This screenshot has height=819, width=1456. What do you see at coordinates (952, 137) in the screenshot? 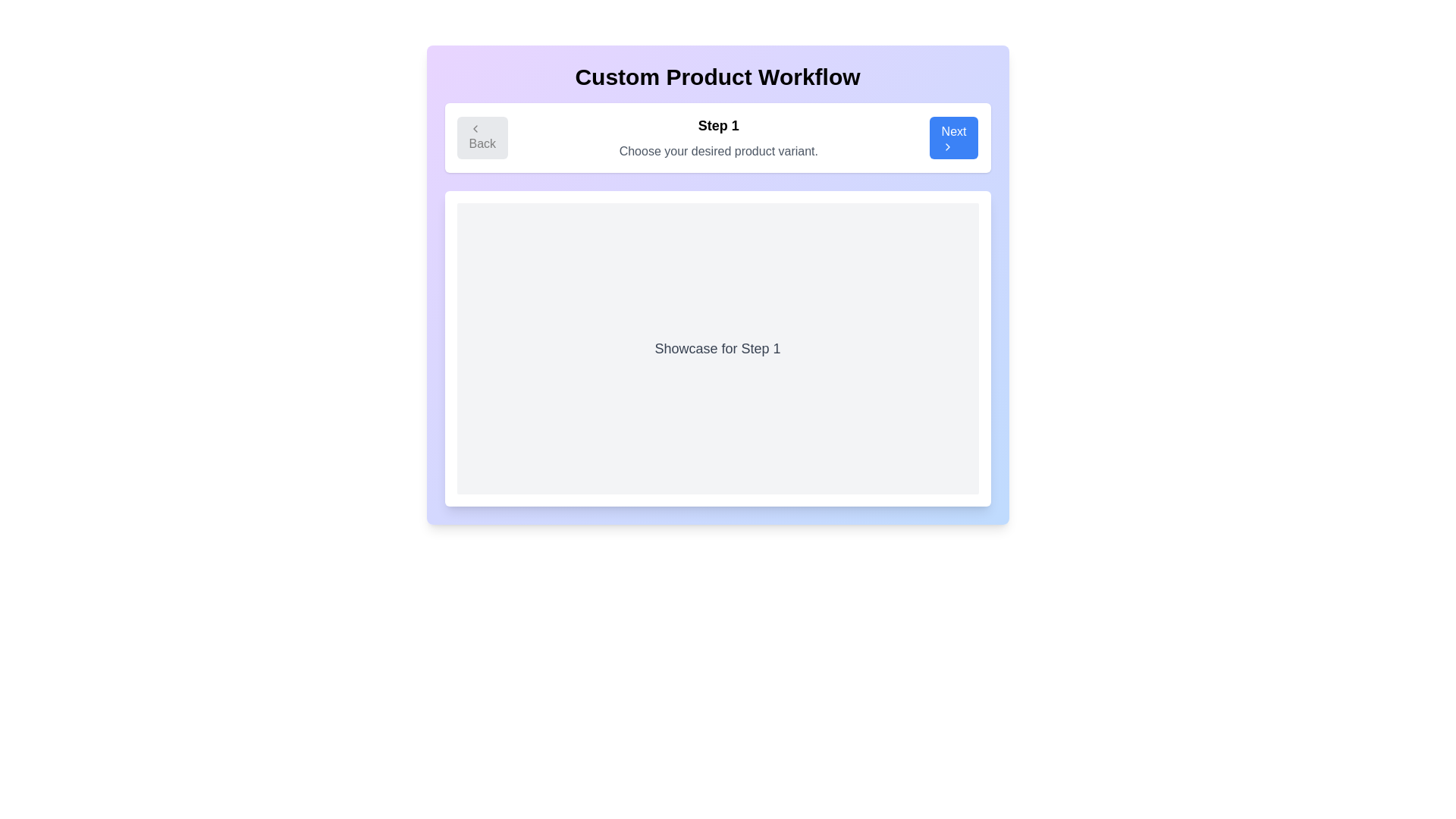
I see `'Next' button to navigate to the next step` at bounding box center [952, 137].